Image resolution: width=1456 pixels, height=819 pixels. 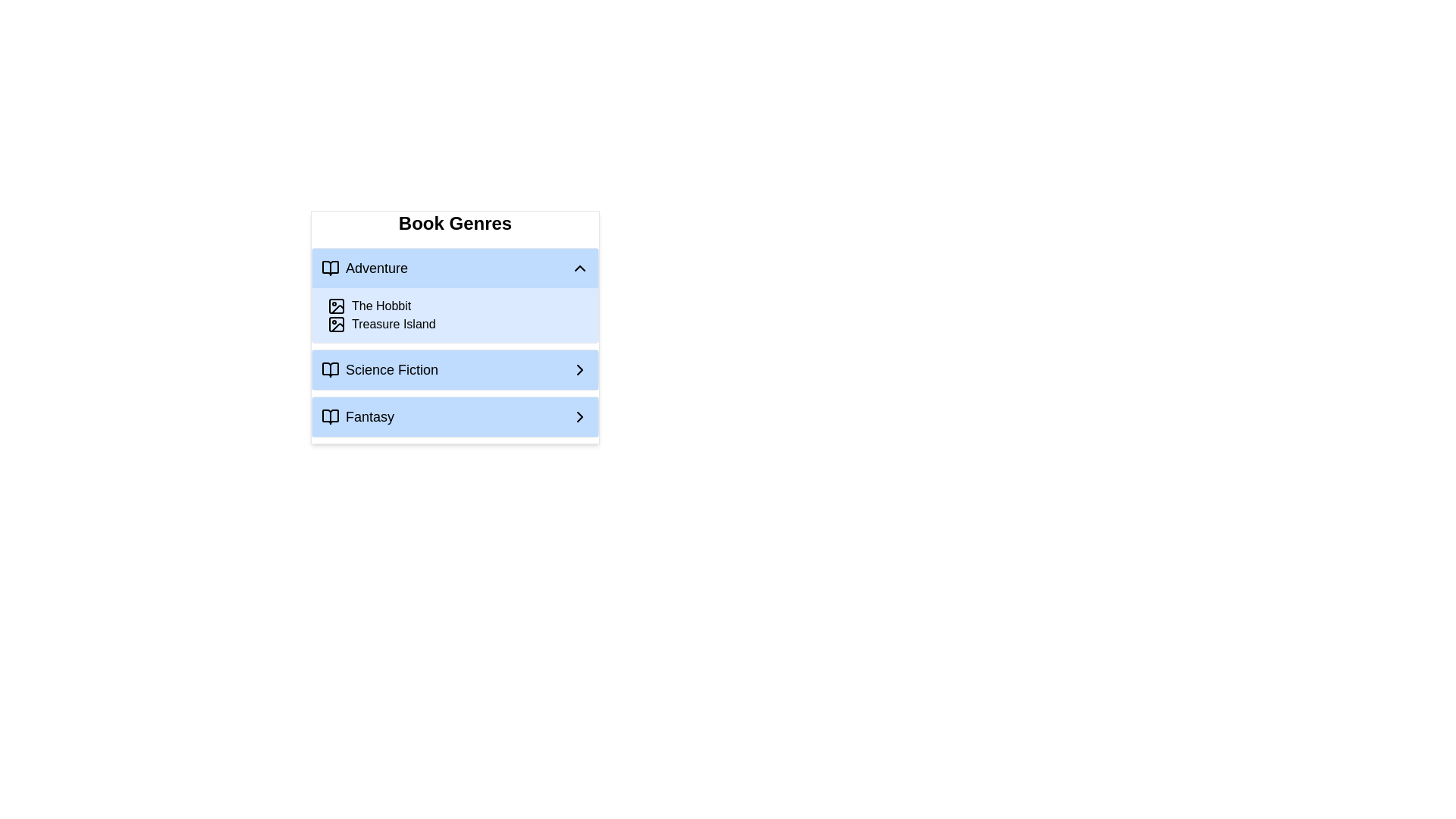 I want to click on the last item, so click(x=454, y=417).